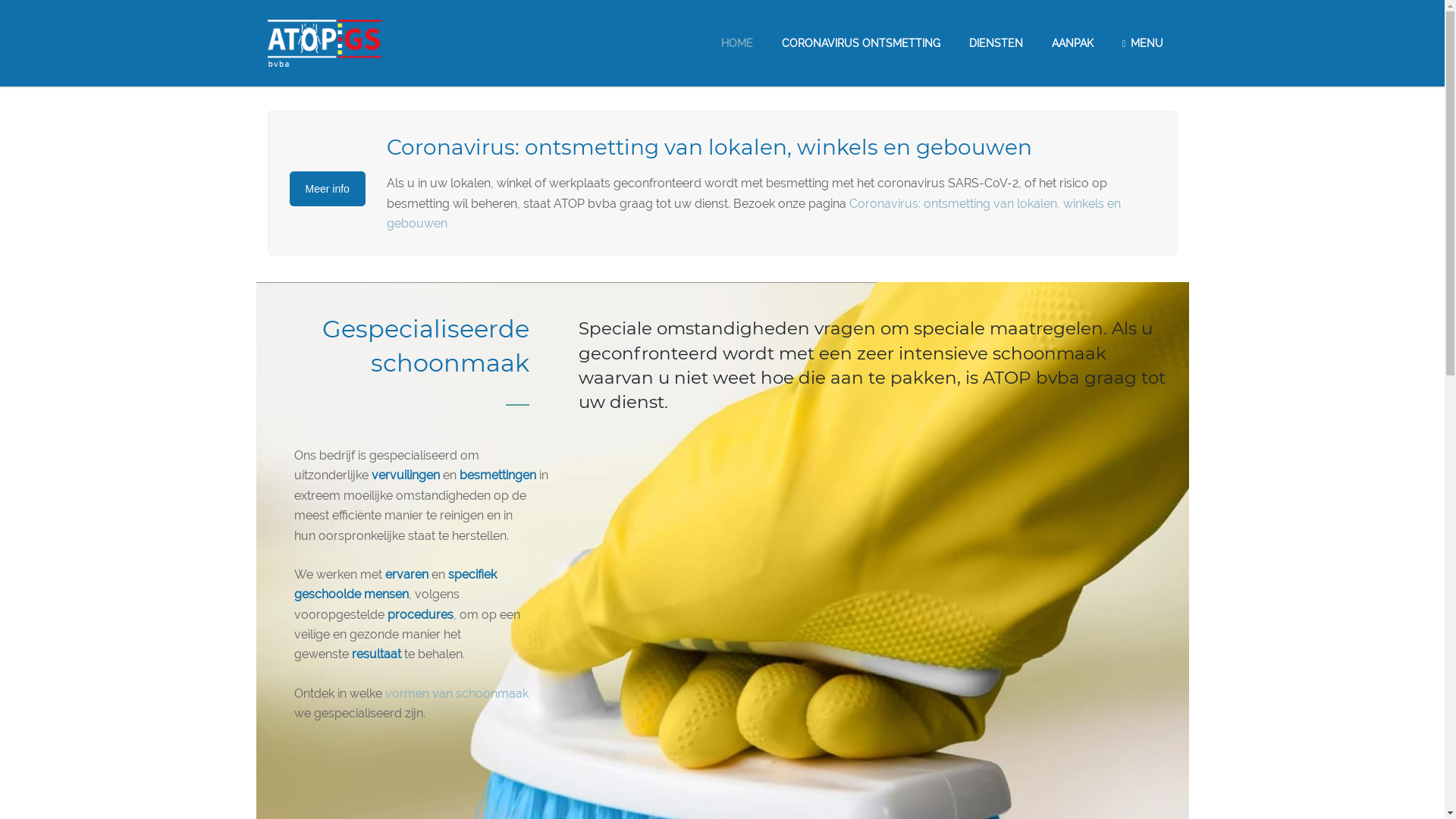  Describe the element at coordinates (996, 42) in the screenshot. I see `'DIENSTEN'` at that location.